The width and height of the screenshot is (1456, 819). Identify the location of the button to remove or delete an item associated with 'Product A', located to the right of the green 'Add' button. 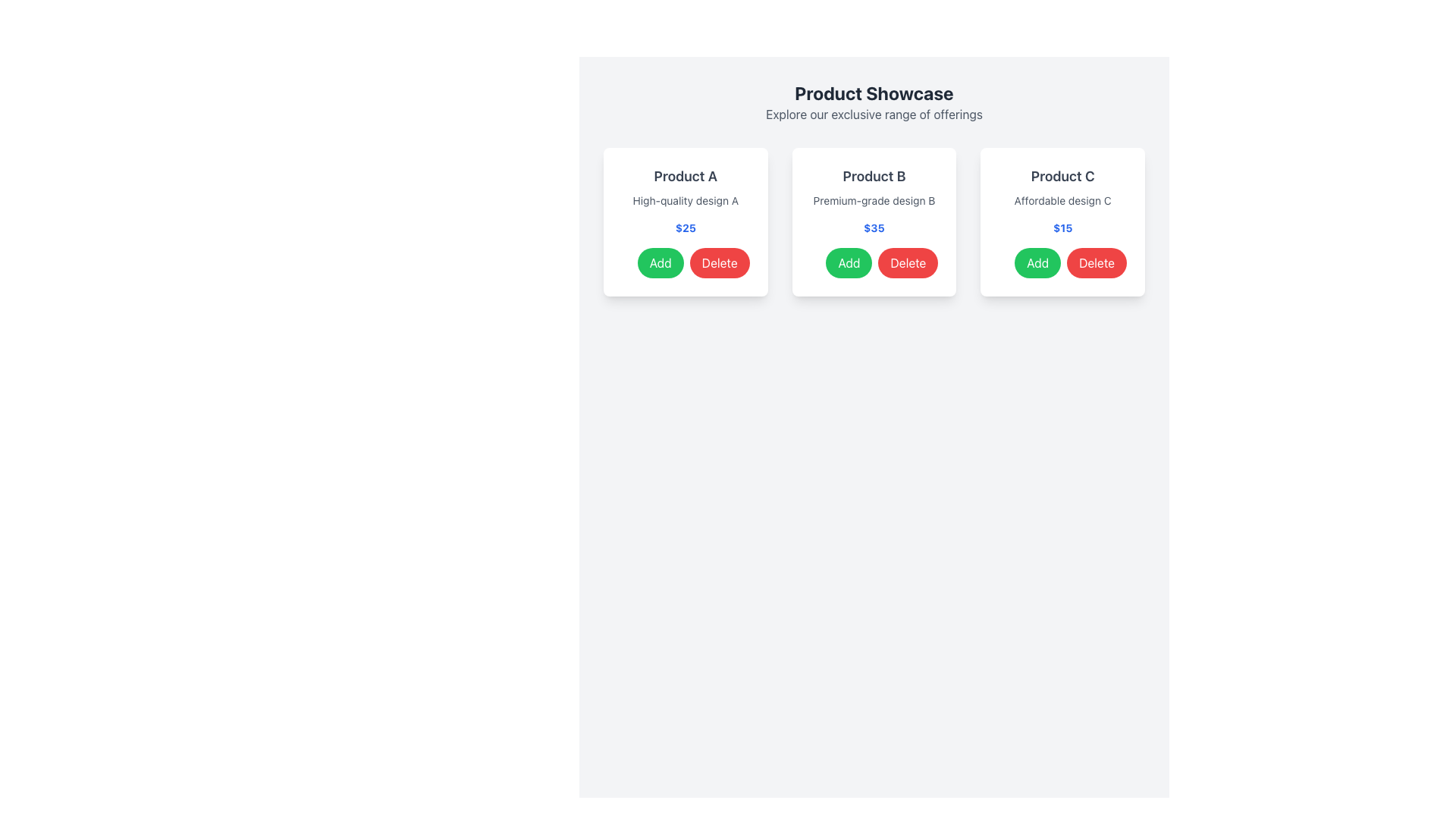
(719, 262).